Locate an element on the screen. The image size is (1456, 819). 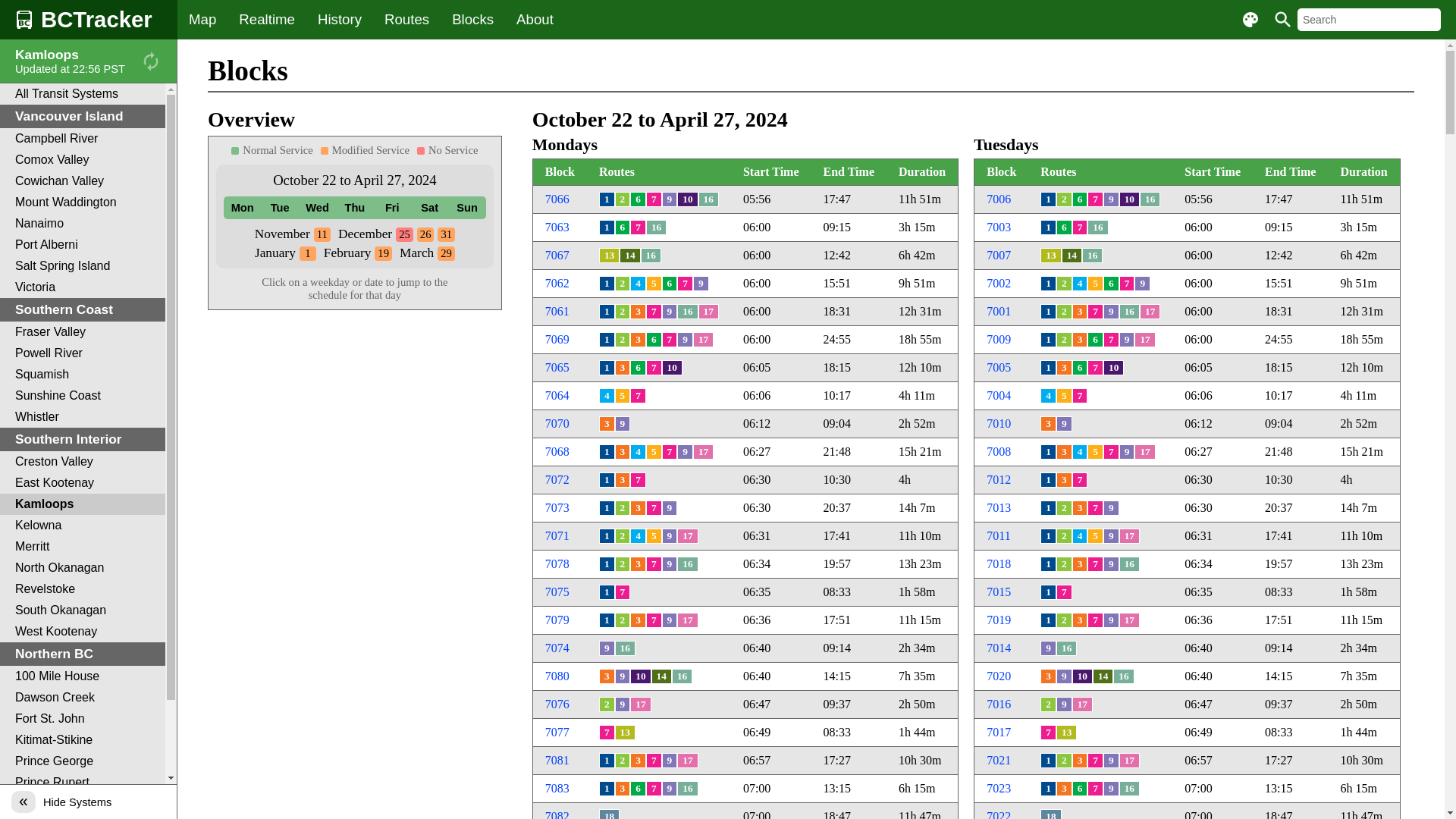
'7077' is located at coordinates (545, 731).